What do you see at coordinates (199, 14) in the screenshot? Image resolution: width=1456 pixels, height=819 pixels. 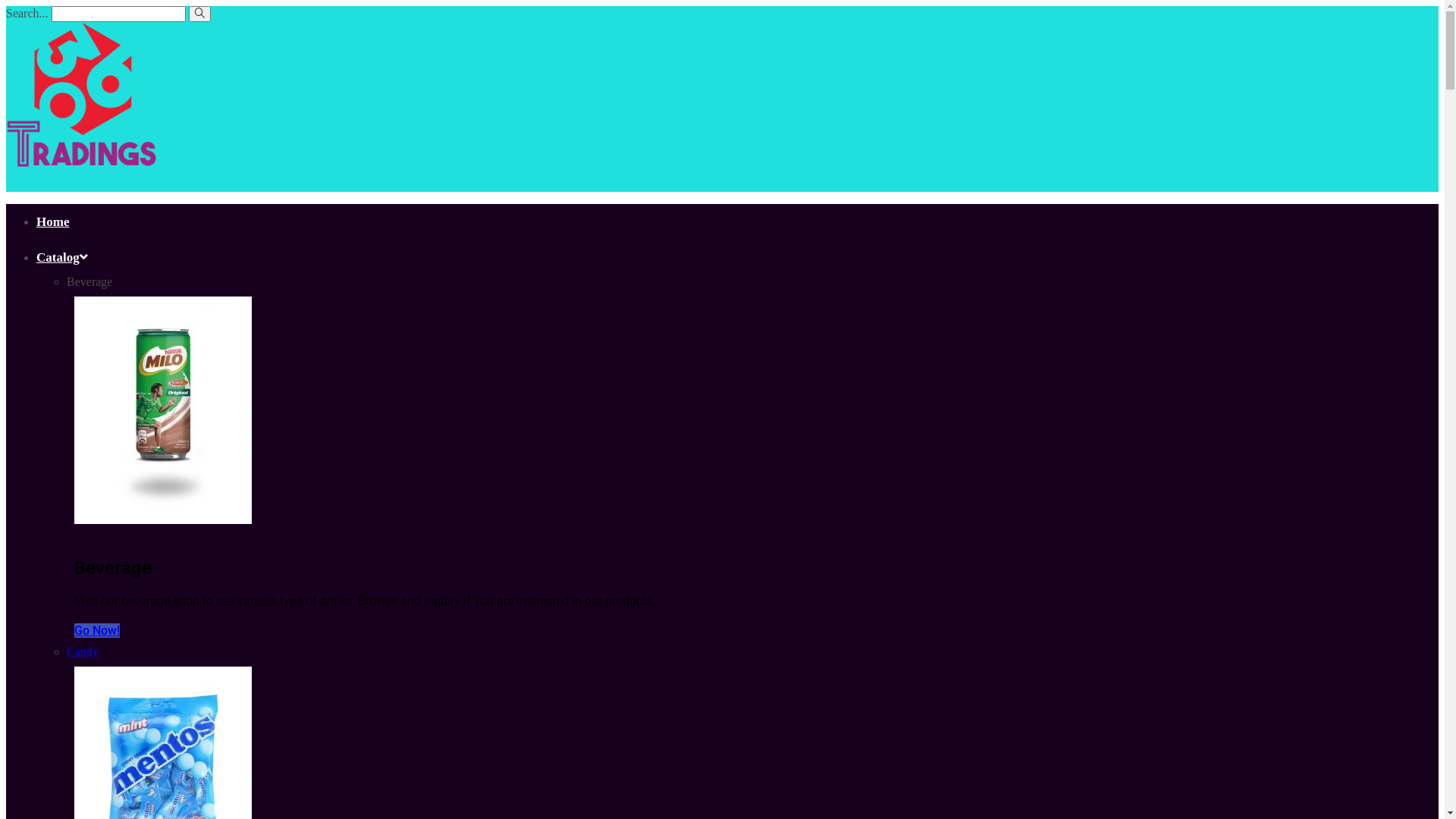 I see `'Submit search'` at bounding box center [199, 14].